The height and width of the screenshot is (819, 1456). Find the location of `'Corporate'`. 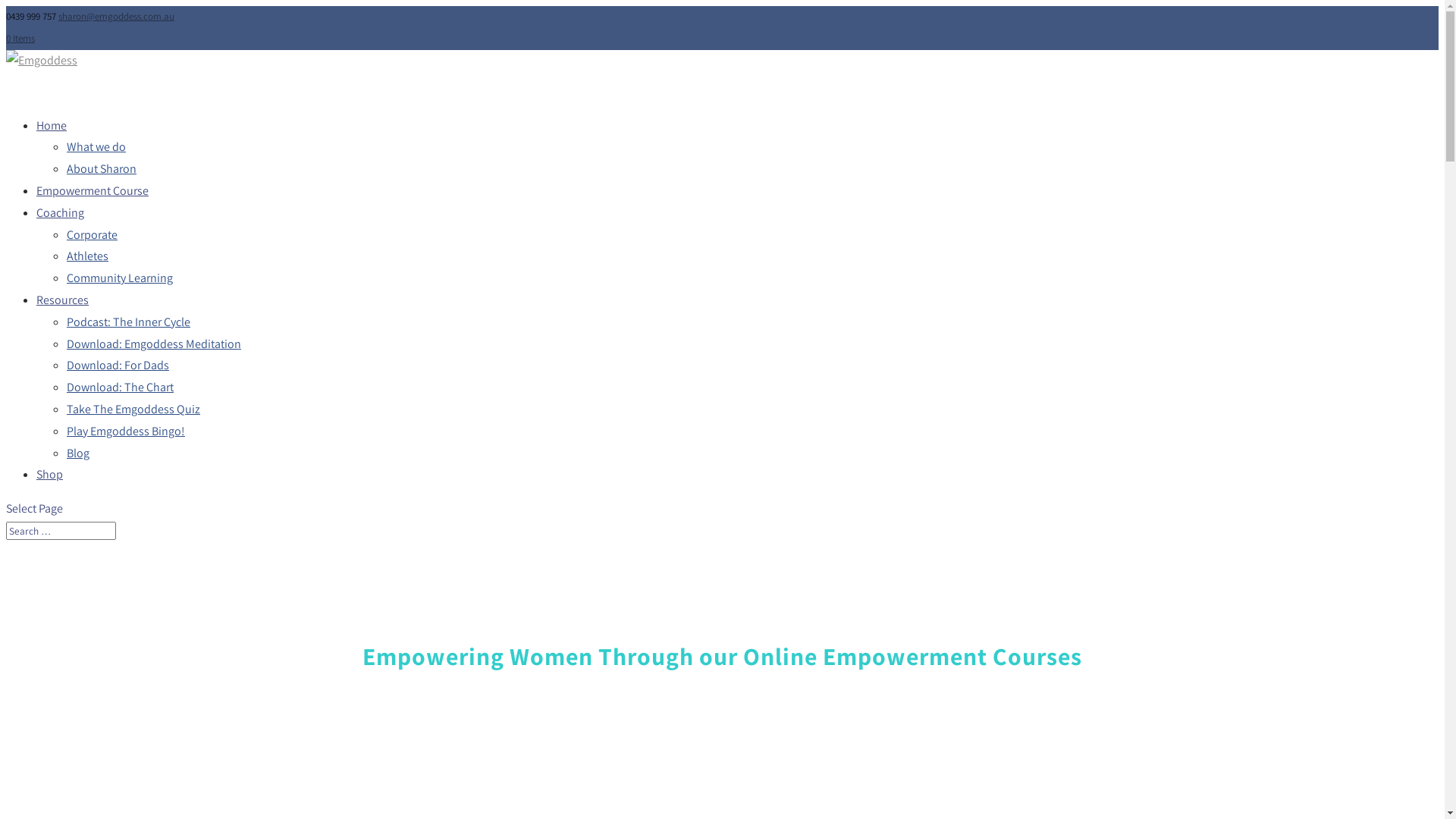

'Corporate' is located at coordinates (91, 234).